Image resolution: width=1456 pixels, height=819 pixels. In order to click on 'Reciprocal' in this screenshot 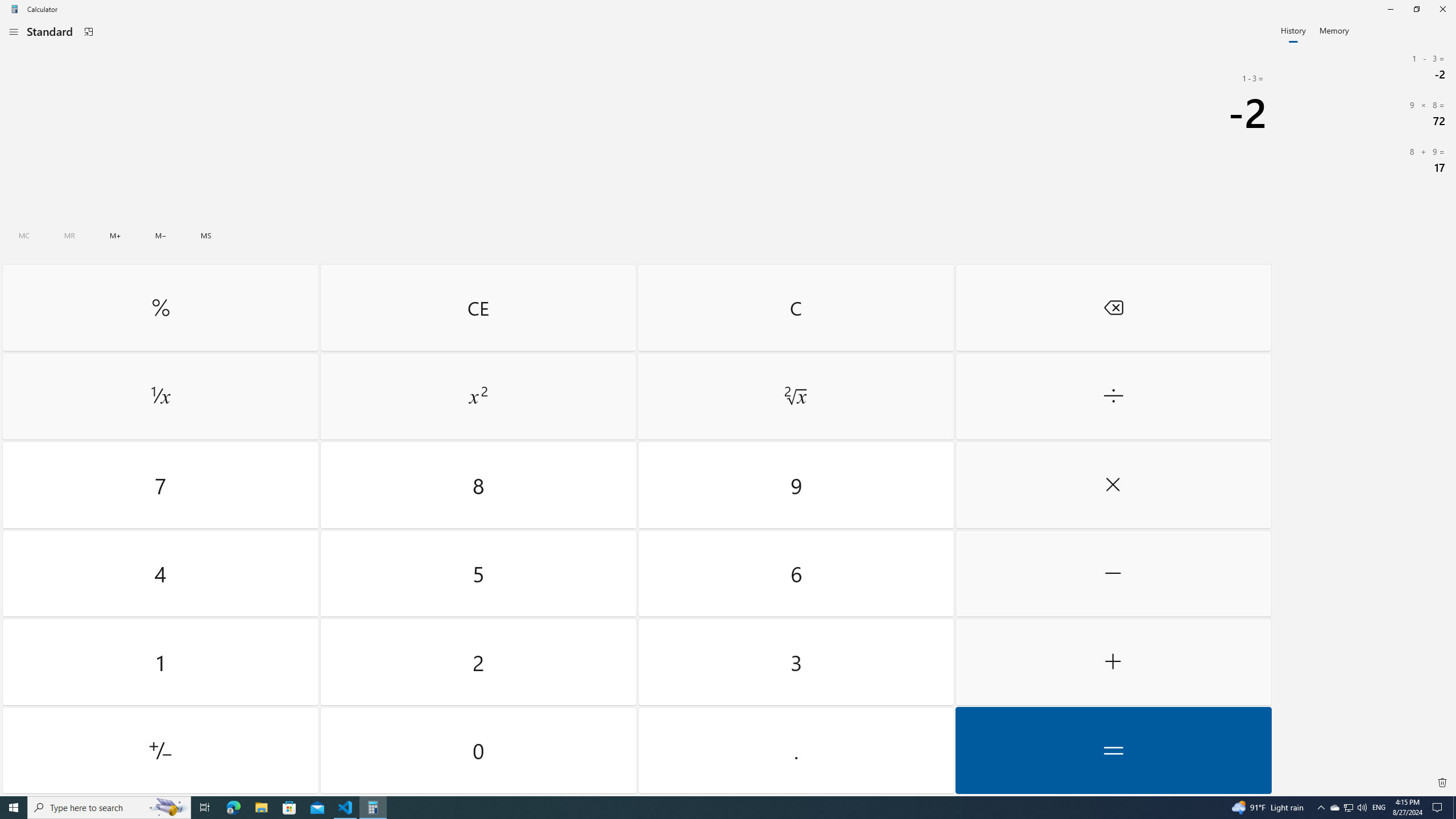, I will do `click(160, 396)`.